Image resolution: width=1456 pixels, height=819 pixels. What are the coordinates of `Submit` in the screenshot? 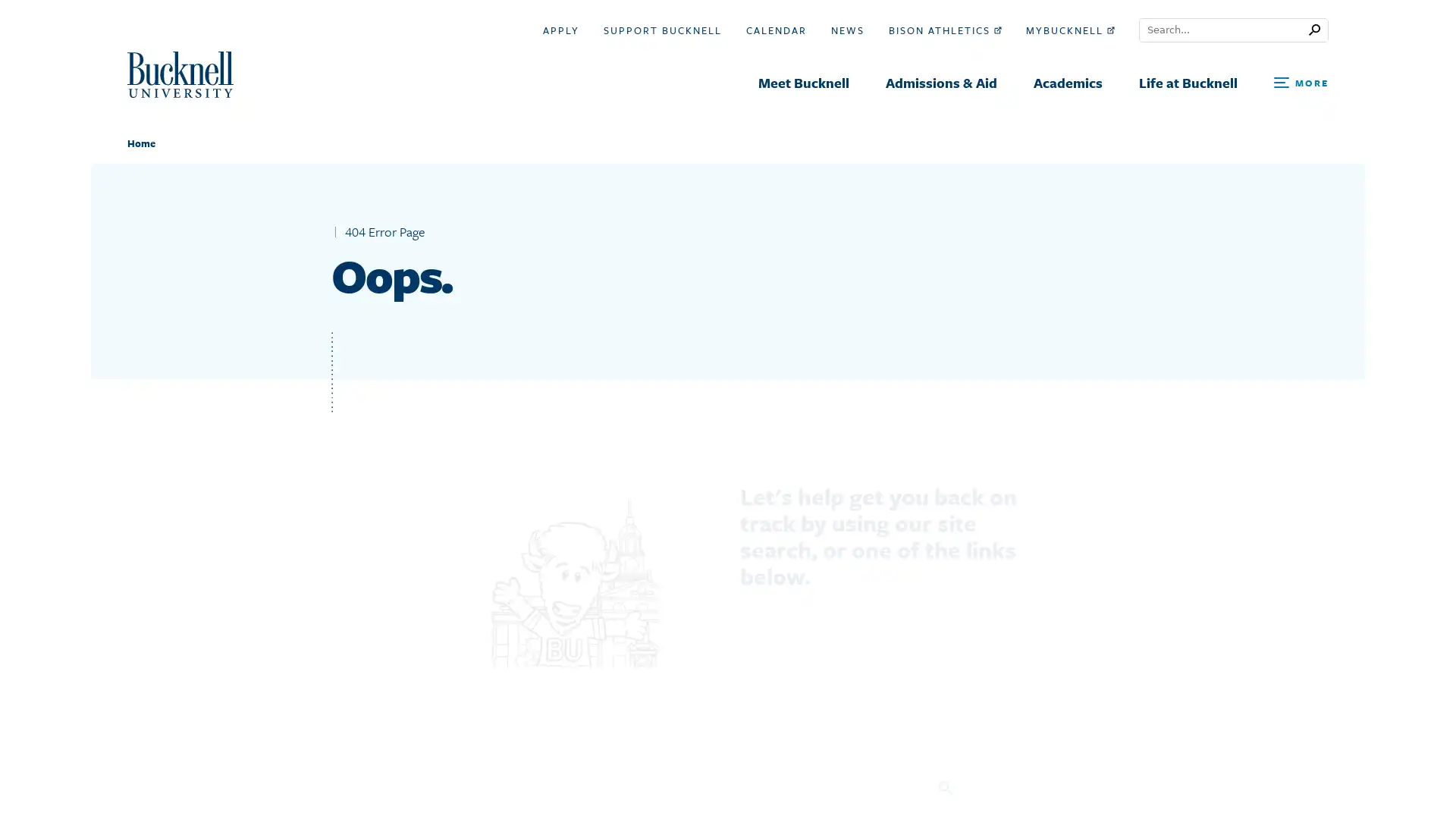 It's located at (1317, 30).